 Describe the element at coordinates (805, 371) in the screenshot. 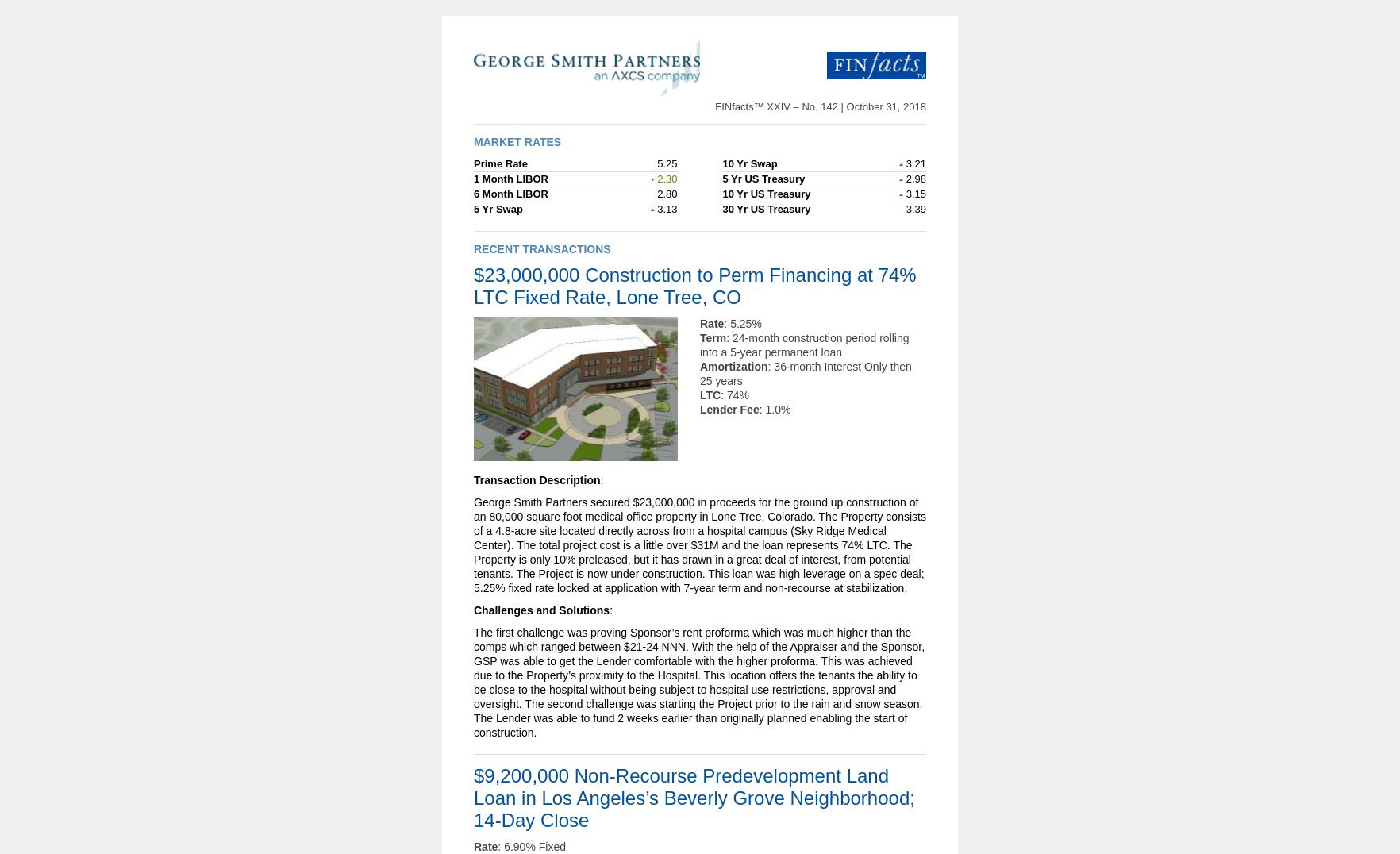

I see `': 36-month Interest Only then 25 years'` at that location.